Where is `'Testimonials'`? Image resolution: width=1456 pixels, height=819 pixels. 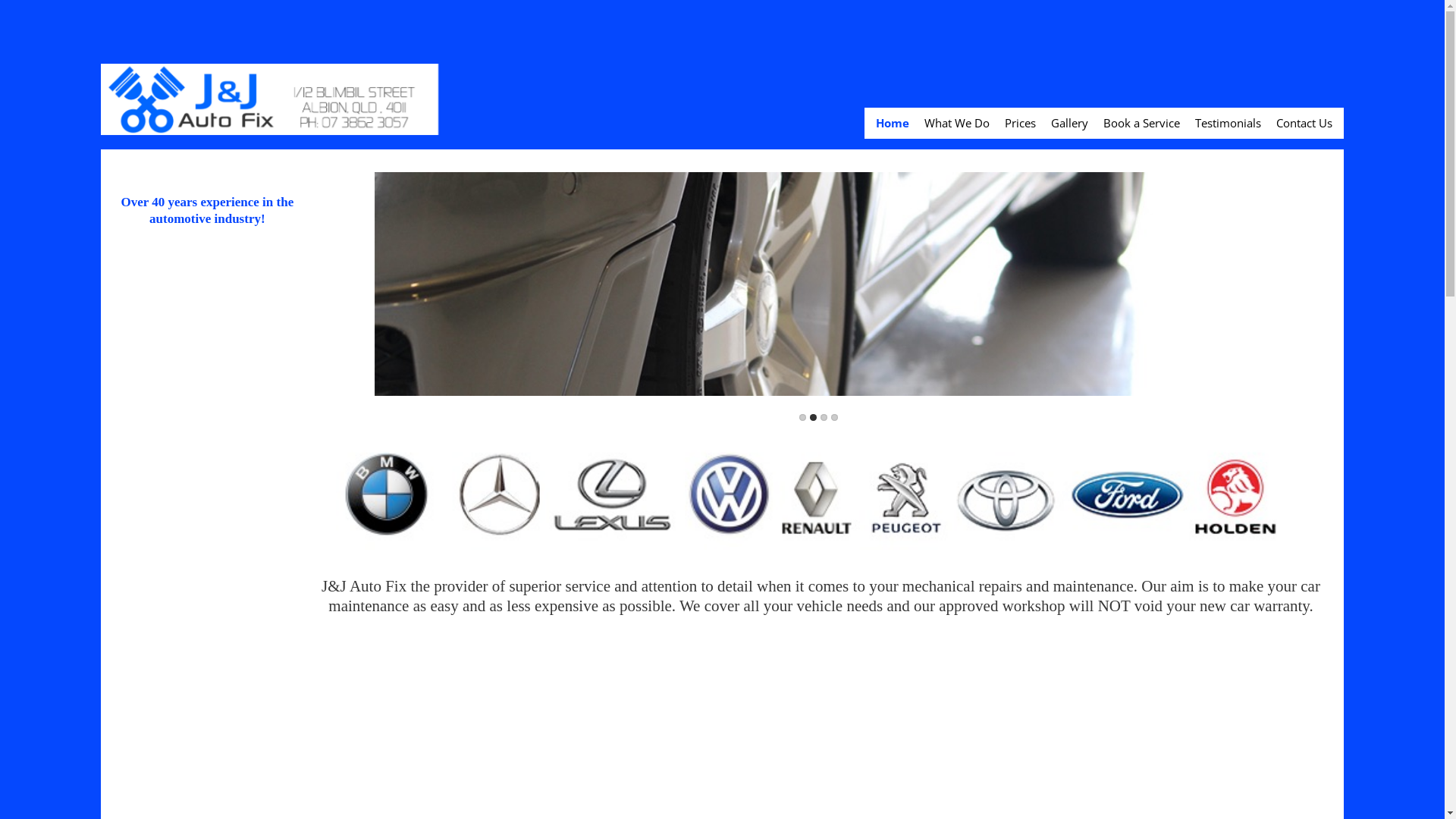 'Testimonials' is located at coordinates (1228, 122).